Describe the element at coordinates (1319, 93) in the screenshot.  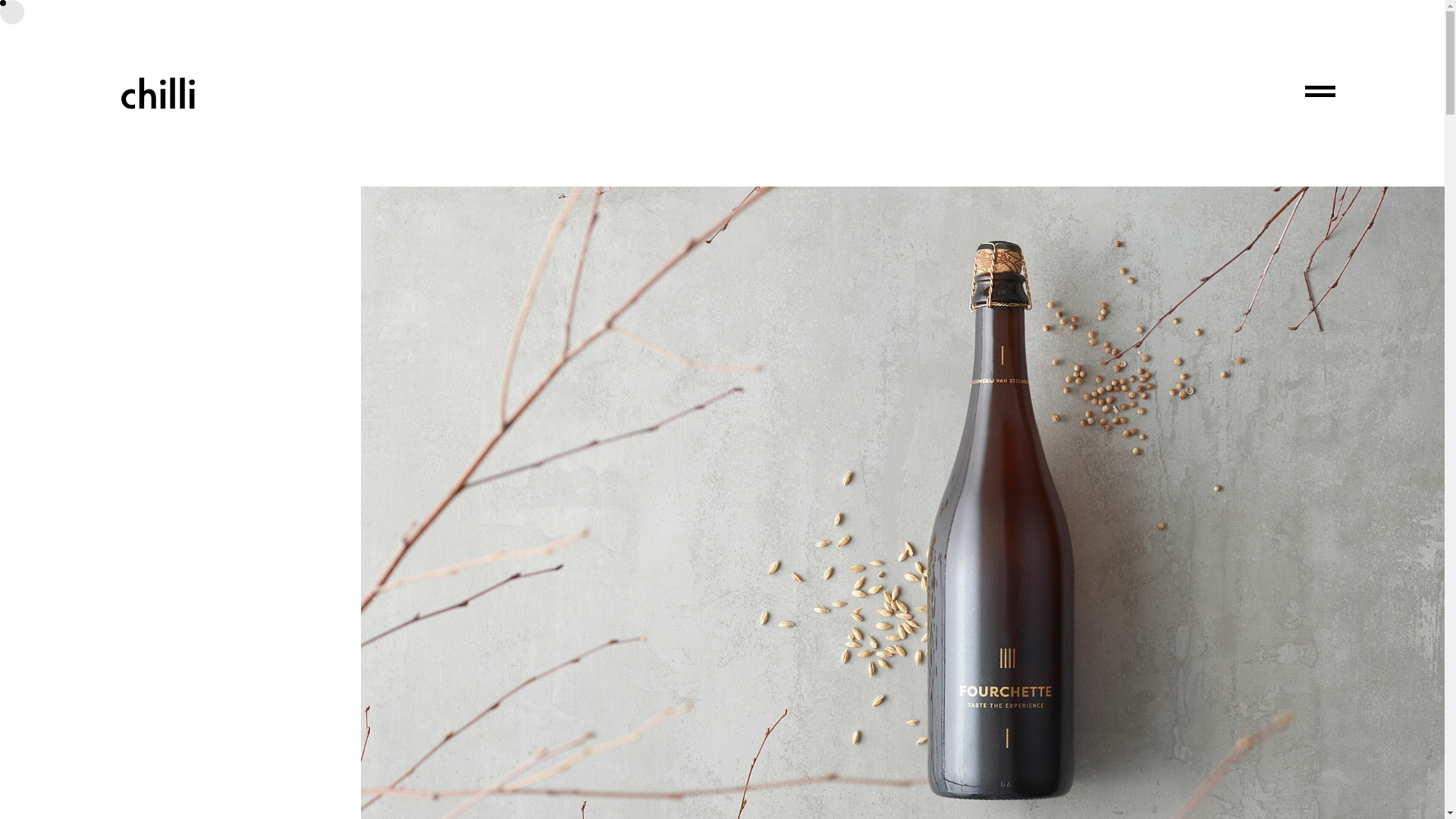
I see `'Menu'` at that location.